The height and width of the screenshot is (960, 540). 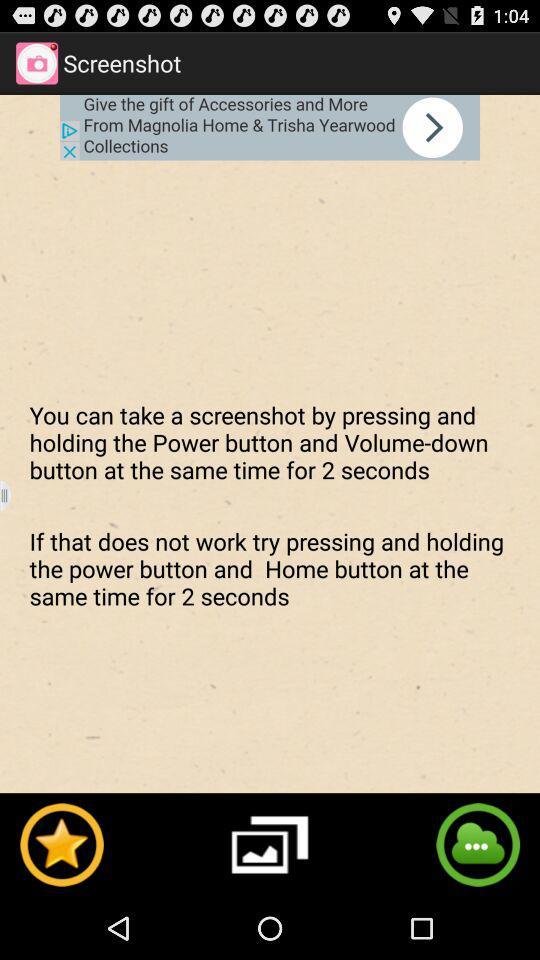 I want to click on photo option, so click(x=270, y=843).